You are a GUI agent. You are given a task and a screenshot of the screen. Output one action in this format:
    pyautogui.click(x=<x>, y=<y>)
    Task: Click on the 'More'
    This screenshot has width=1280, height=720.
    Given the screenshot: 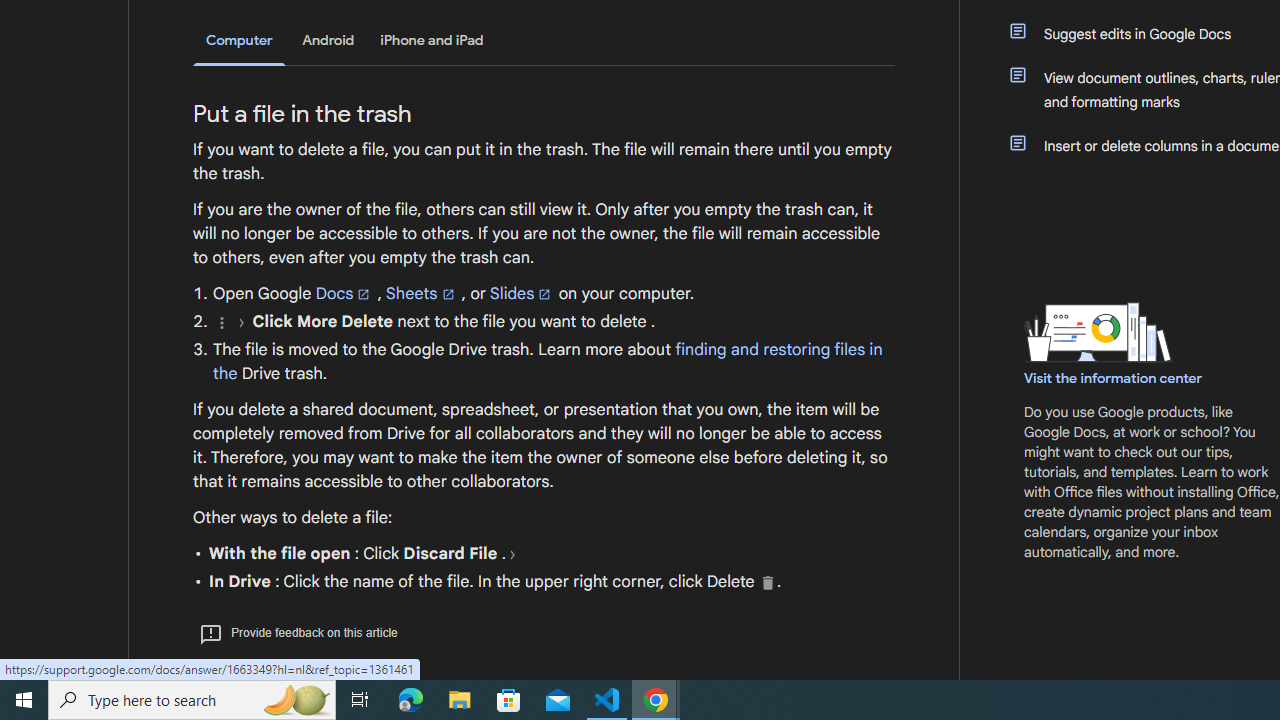 What is the action you would take?
    pyautogui.click(x=221, y=321)
    